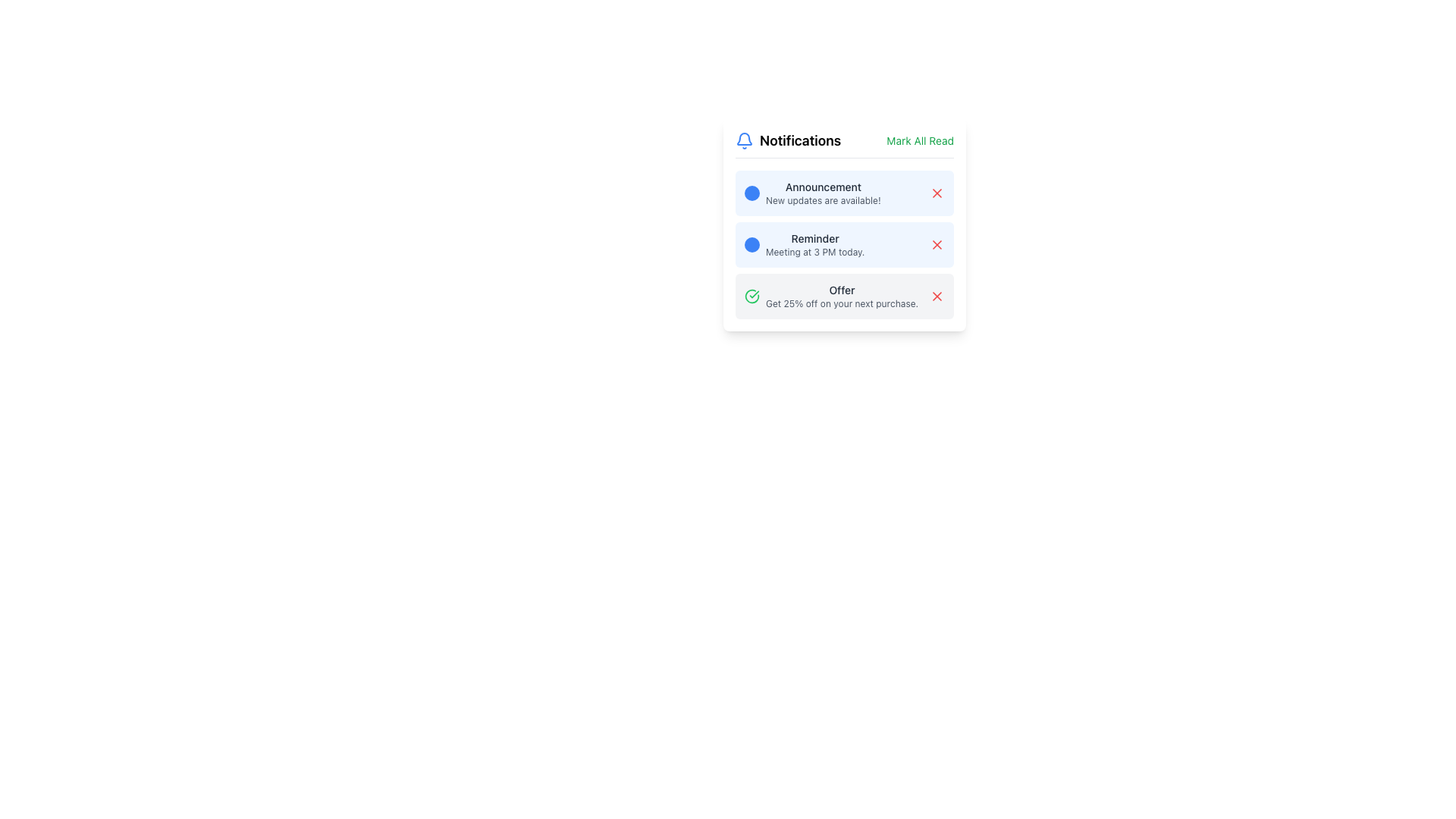 The height and width of the screenshot is (819, 1456). What do you see at coordinates (822, 200) in the screenshot?
I see `informational text label that states 'New updates are available!' located below the 'Announcement' title in the first notification item` at bounding box center [822, 200].